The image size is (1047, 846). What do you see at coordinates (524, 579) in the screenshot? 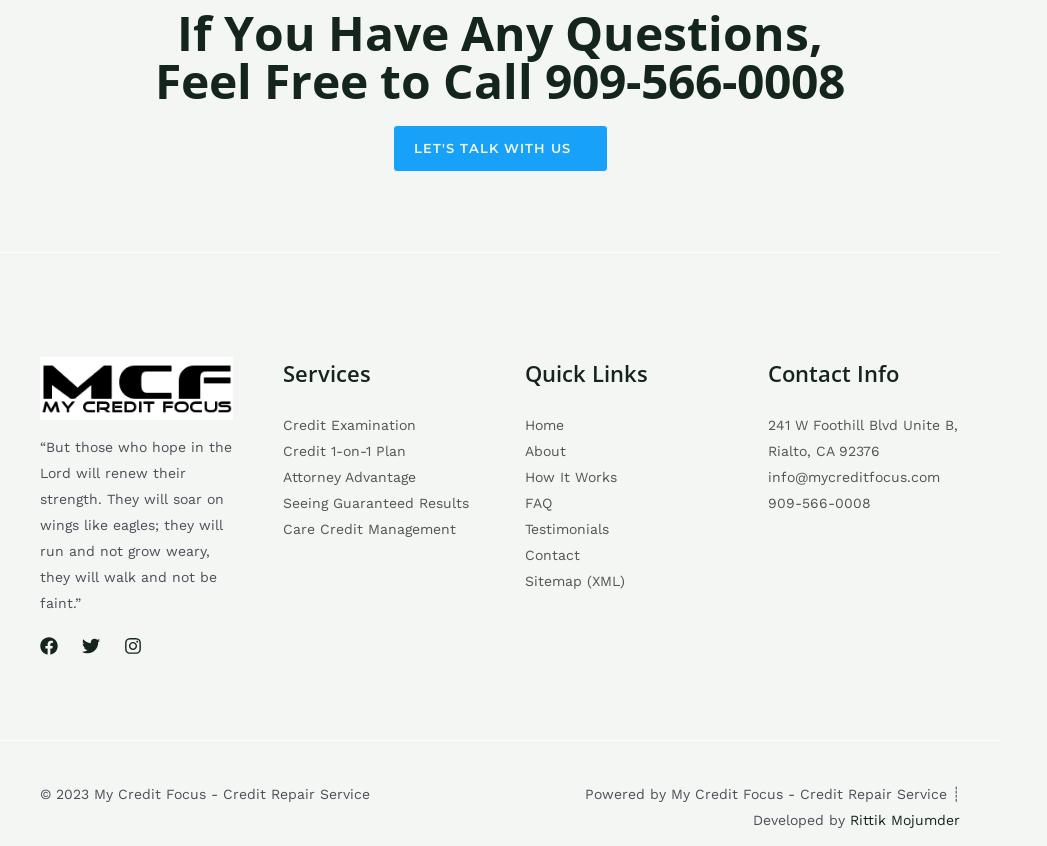
I see `'Sitemap (XML)'` at bounding box center [524, 579].